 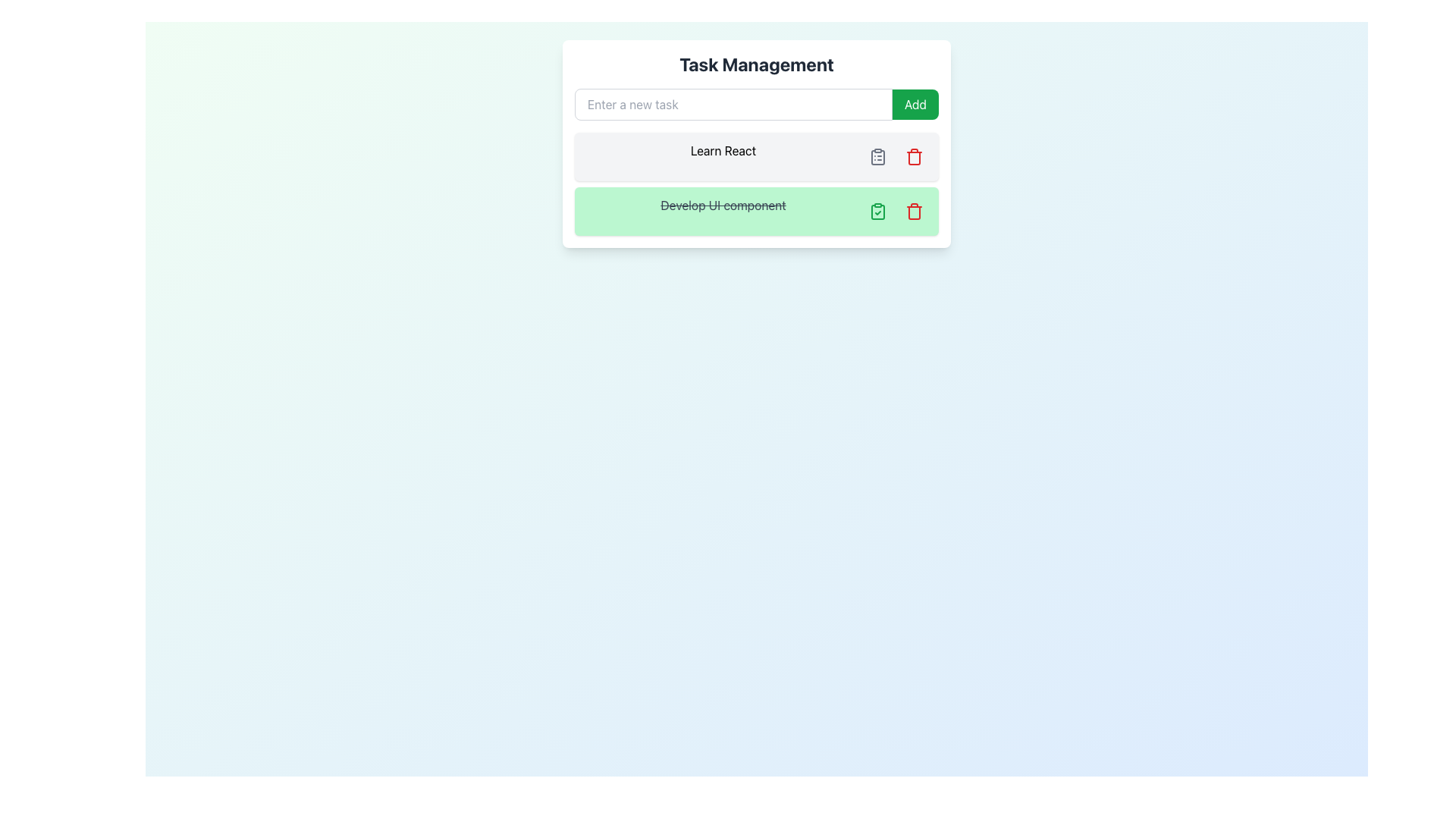 I want to click on the delete button located to the far right of the second item in the task management interface titled 'Learn React', so click(x=913, y=157).